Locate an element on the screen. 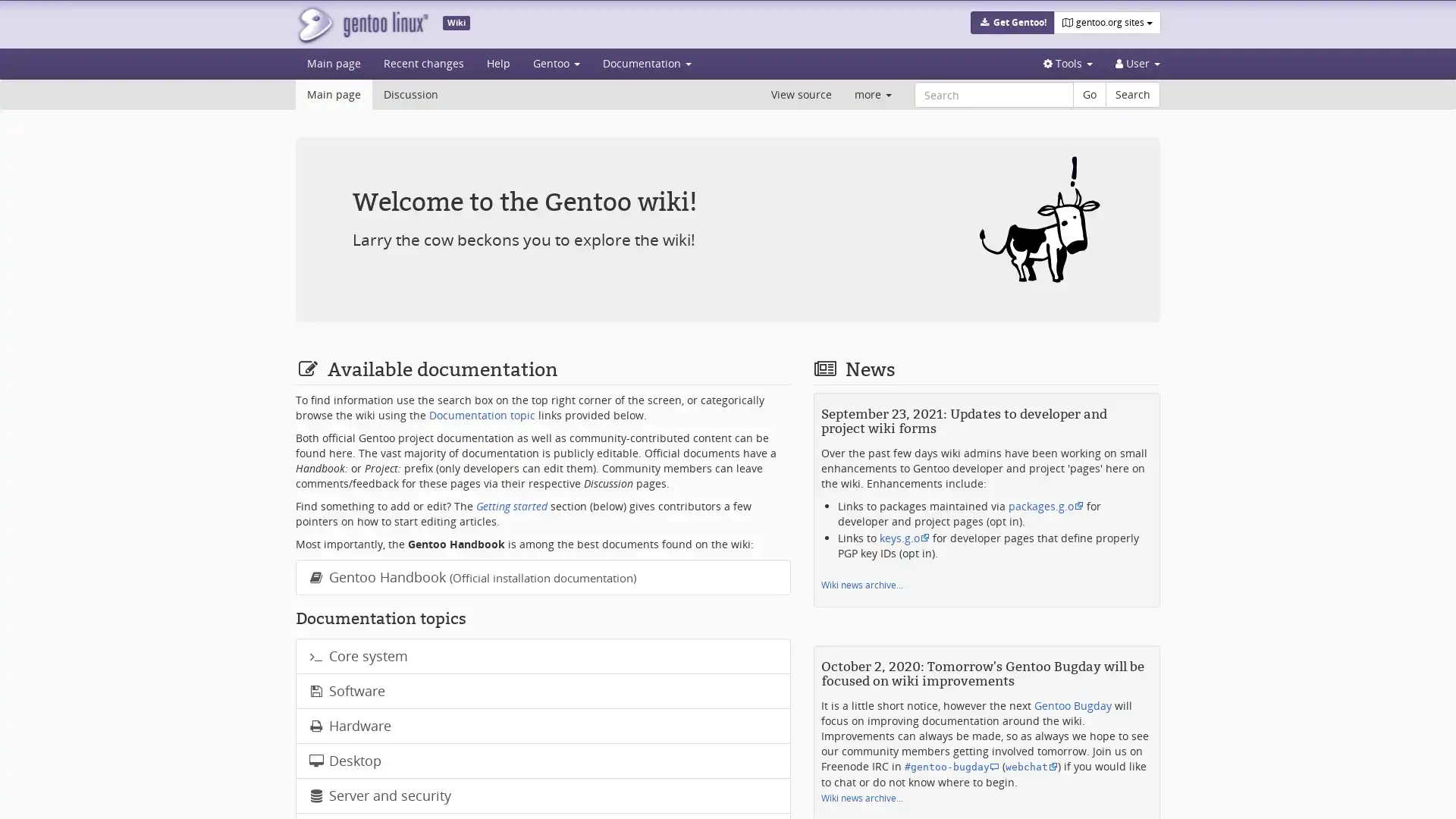  Get Gentoo! is located at coordinates (1012, 23).